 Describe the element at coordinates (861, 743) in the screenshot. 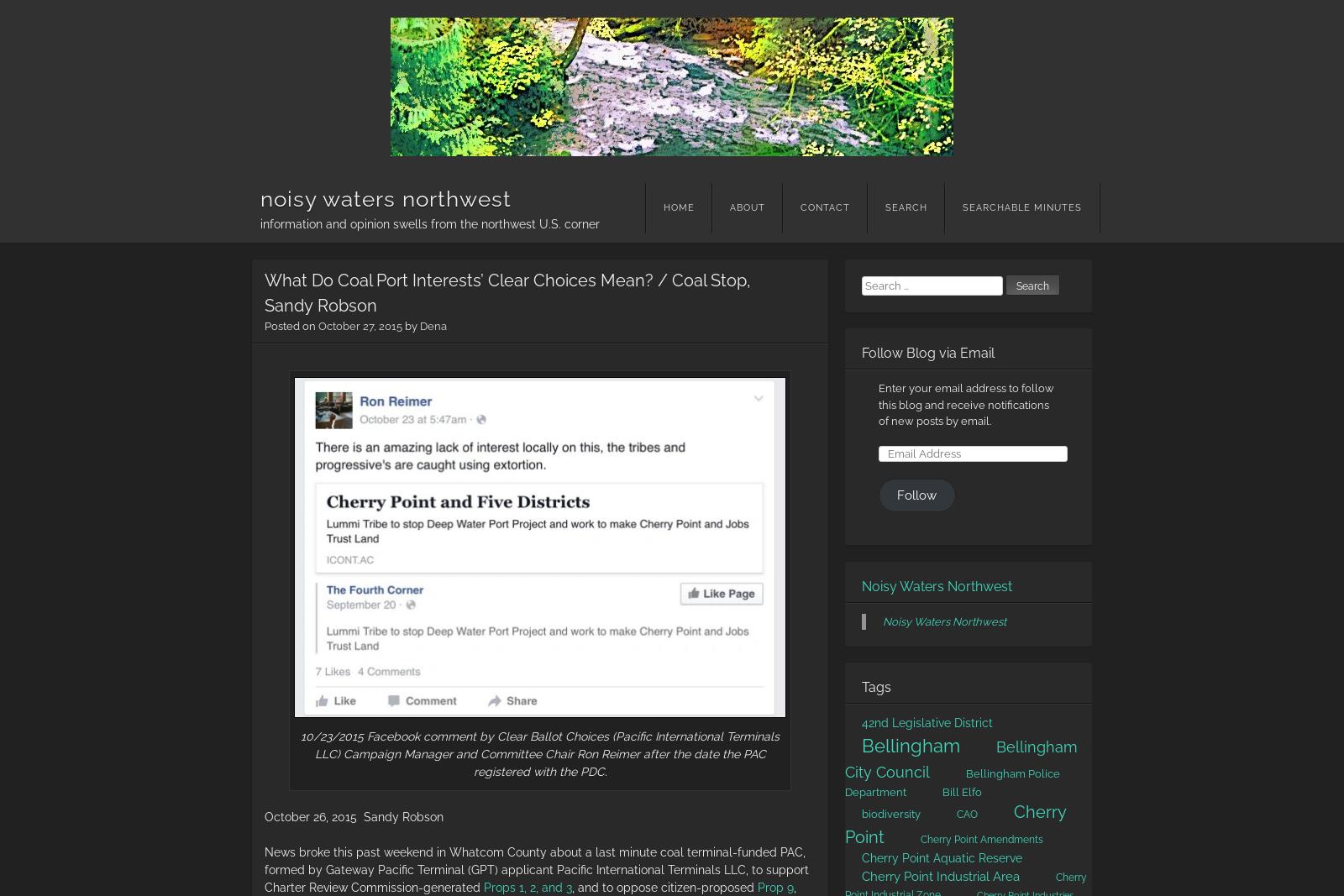

I see `'Bellingham'` at that location.